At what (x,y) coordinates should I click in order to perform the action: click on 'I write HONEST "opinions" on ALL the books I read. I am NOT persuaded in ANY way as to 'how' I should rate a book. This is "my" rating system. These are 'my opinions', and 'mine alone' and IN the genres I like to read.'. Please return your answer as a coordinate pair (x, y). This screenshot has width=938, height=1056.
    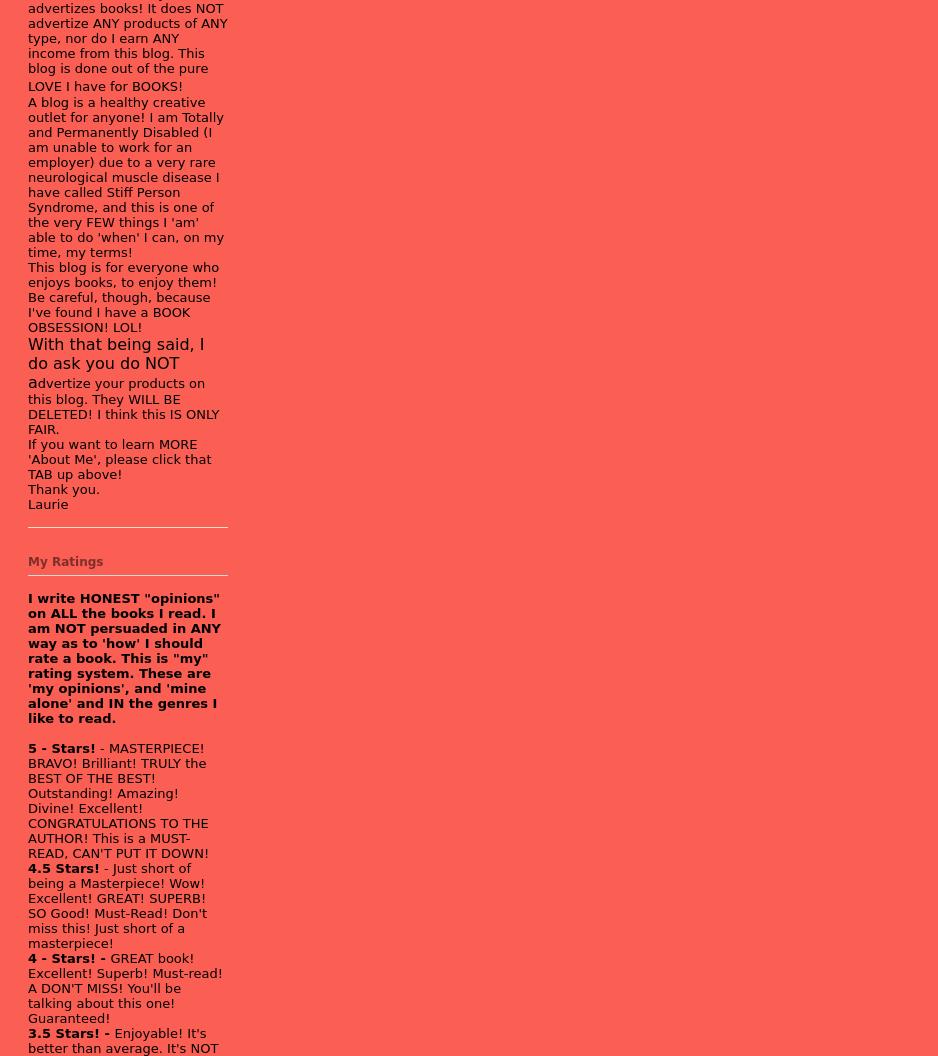
    Looking at the image, I should click on (123, 656).